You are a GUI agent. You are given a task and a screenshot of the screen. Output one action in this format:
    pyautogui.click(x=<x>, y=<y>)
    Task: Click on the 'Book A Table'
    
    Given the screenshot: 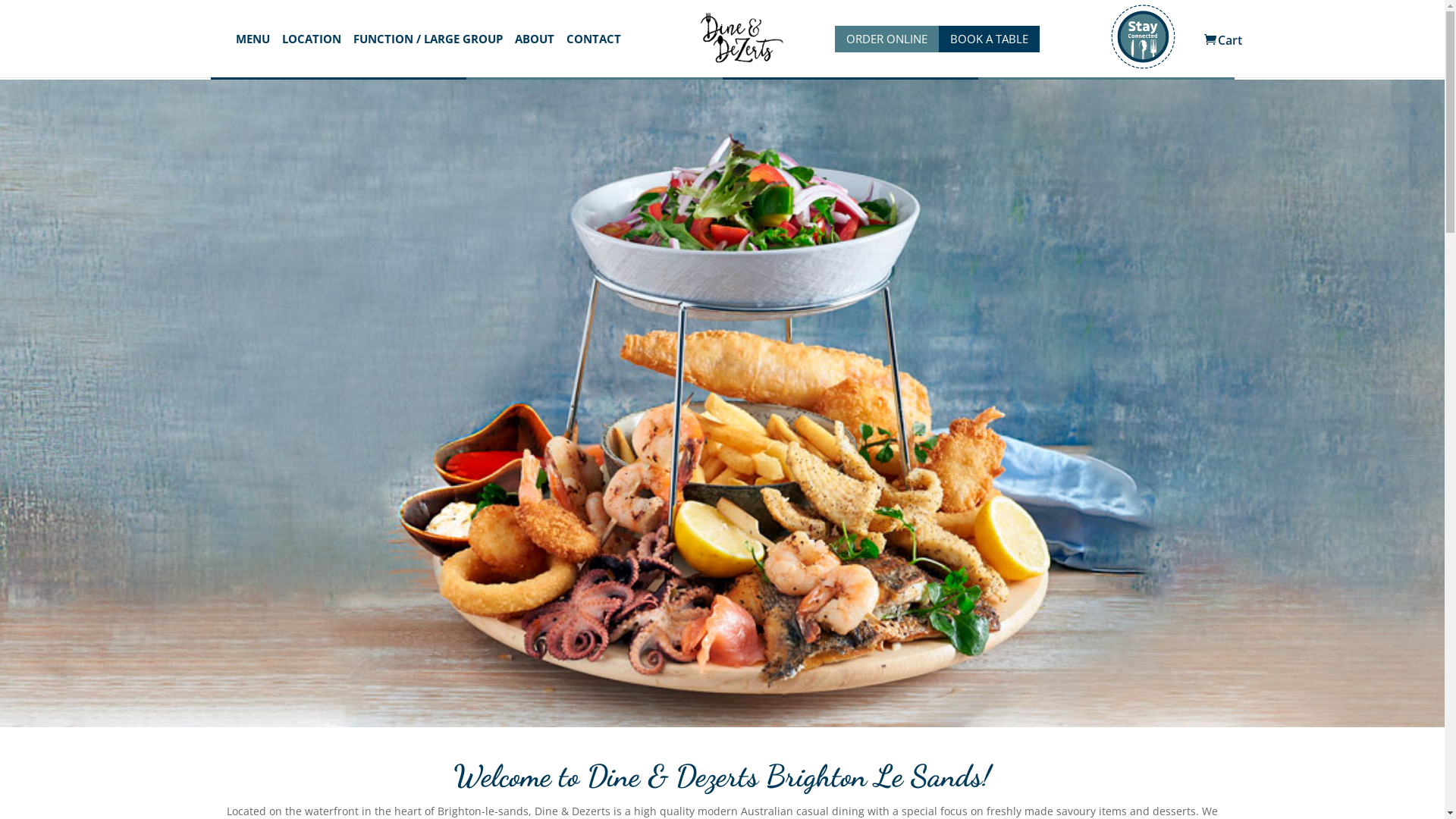 What is the action you would take?
    pyautogui.click(x=978, y=62)
    